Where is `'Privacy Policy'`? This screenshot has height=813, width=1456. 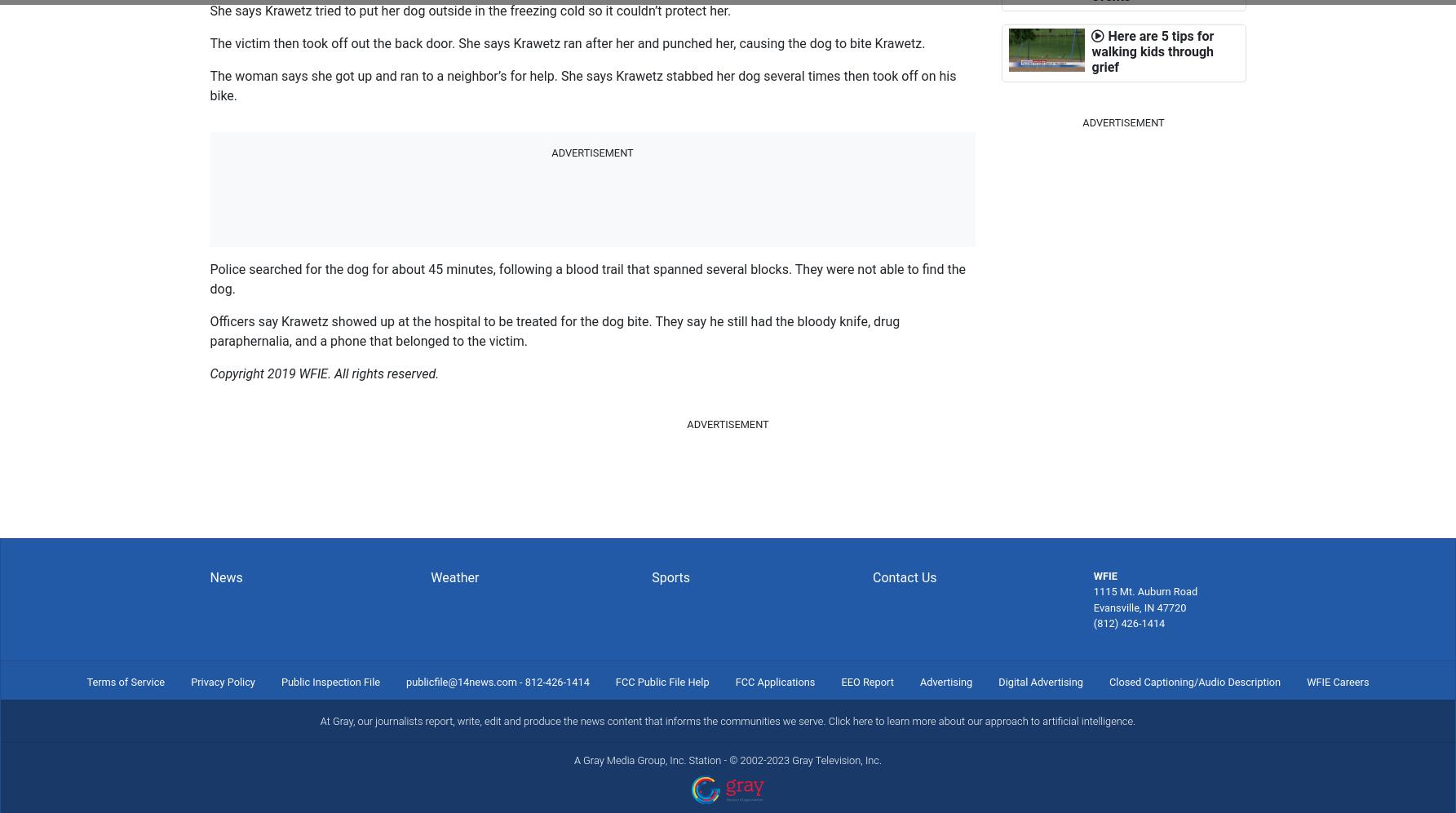 'Privacy Policy' is located at coordinates (222, 682).